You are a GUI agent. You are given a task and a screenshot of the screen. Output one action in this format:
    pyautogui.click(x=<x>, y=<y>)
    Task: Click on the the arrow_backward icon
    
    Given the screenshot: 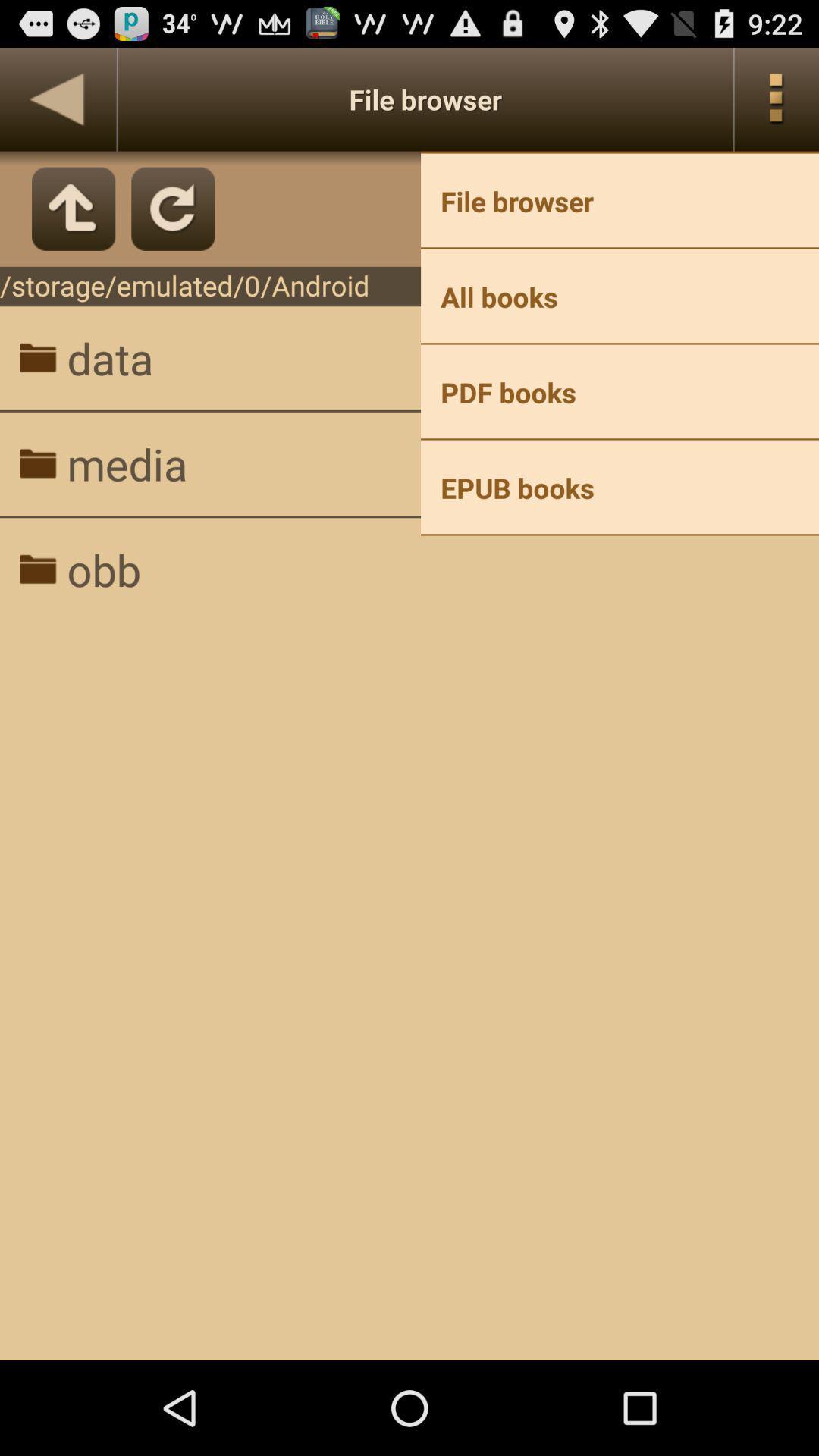 What is the action you would take?
    pyautogui.click(x=57, y=105)
    